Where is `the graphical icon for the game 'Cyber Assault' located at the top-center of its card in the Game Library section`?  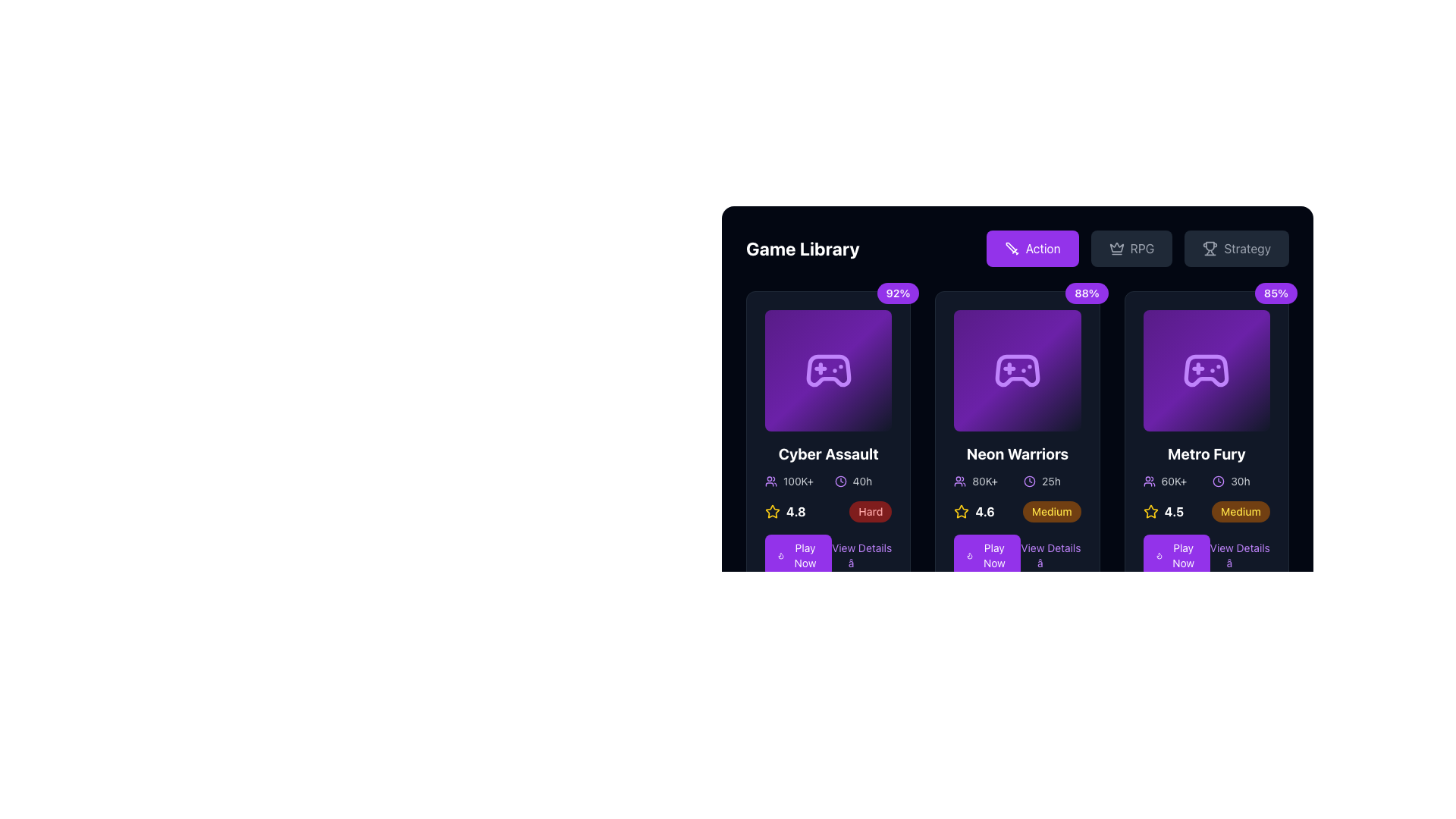 the graphical icon for the game 'Cyber Assault' located at the top-center of its card in the Game Library section is located at coordinates (827, 371).